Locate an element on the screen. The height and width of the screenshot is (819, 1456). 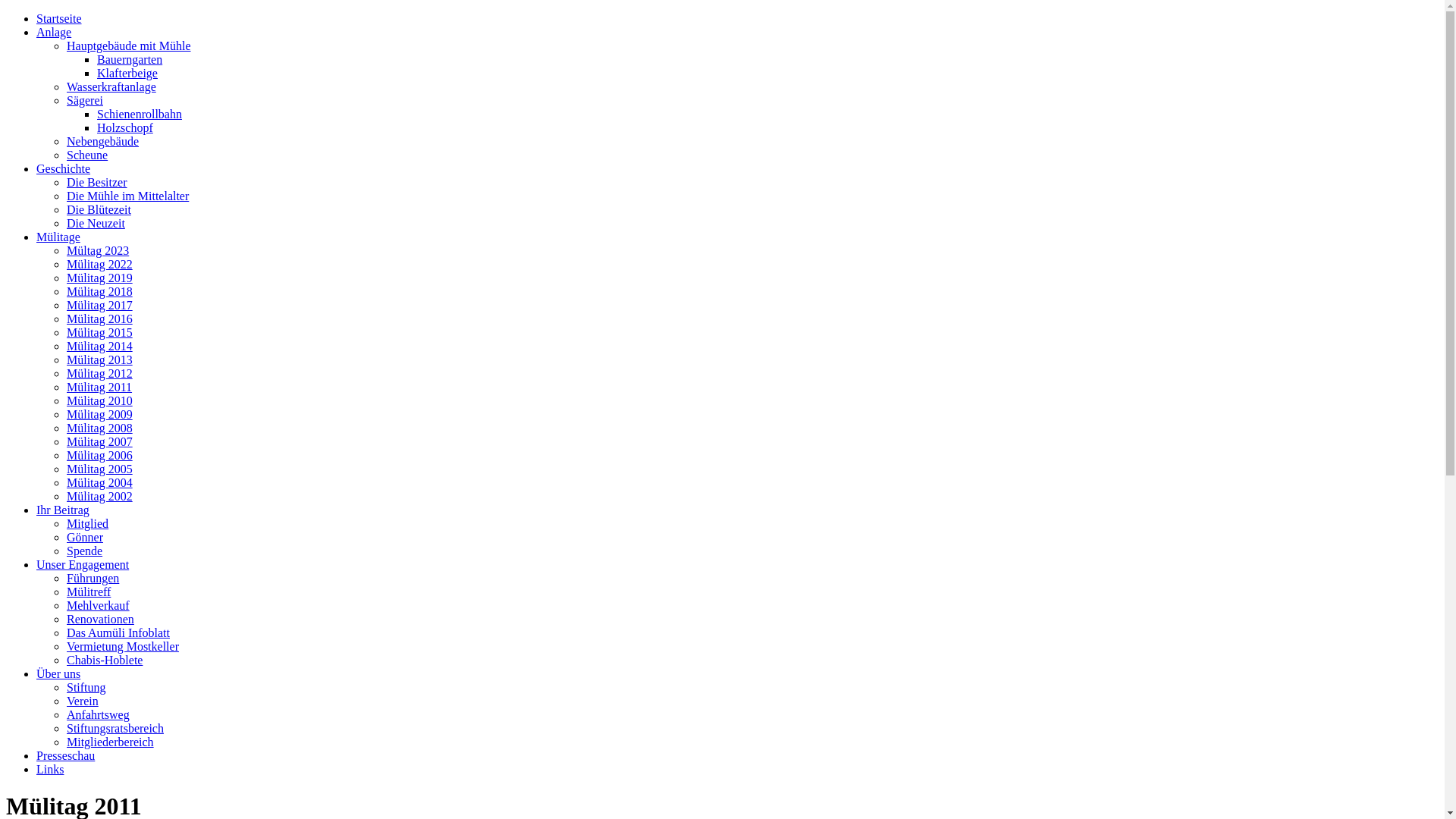
'Anfahrtsweg' is located at coordinates (65, 714).